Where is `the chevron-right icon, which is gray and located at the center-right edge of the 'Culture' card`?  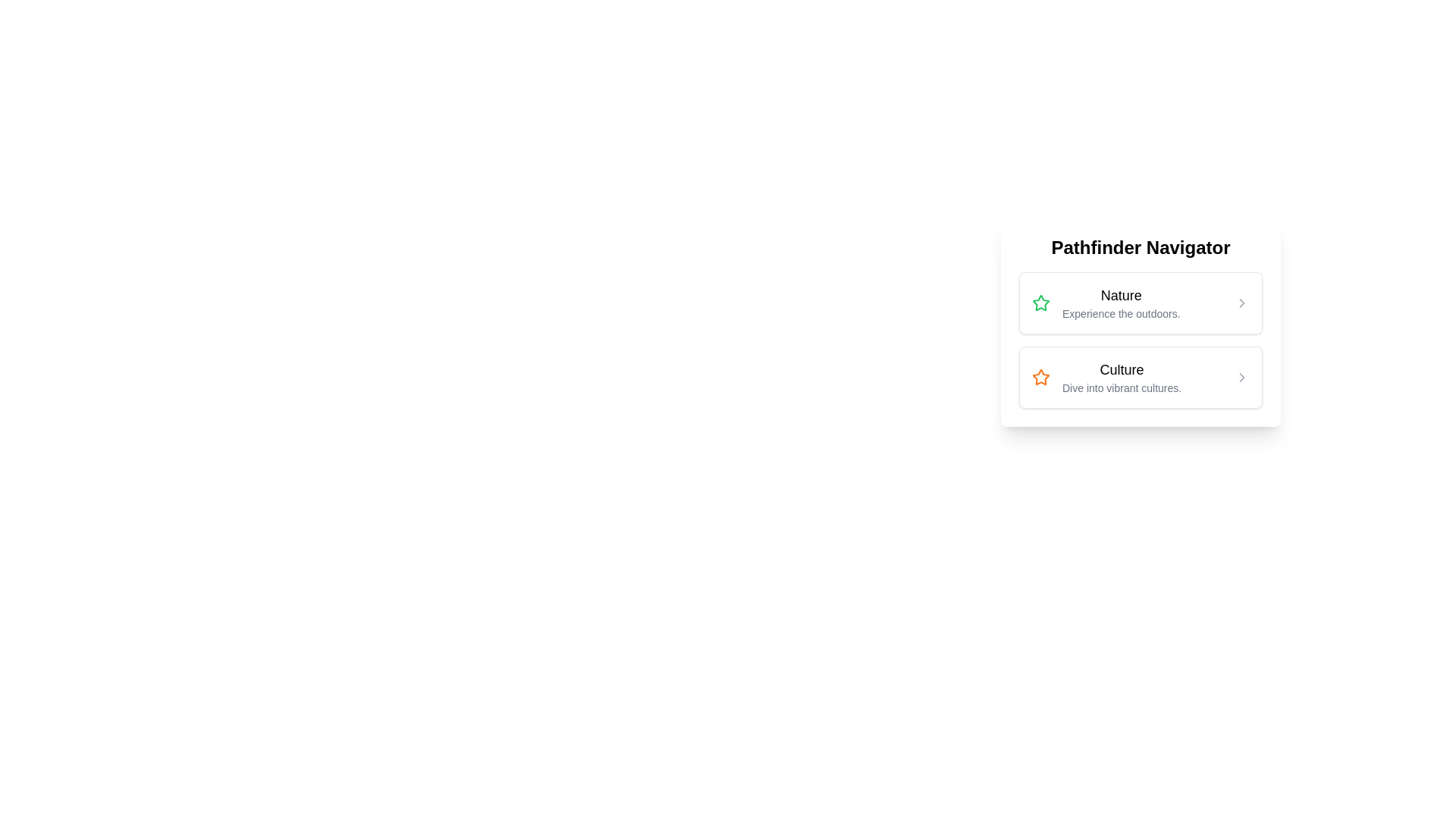
the chevron-right icon, which is gray and located at the center-right edge of the 'Culture' card is located at coordinates (1241, 376).